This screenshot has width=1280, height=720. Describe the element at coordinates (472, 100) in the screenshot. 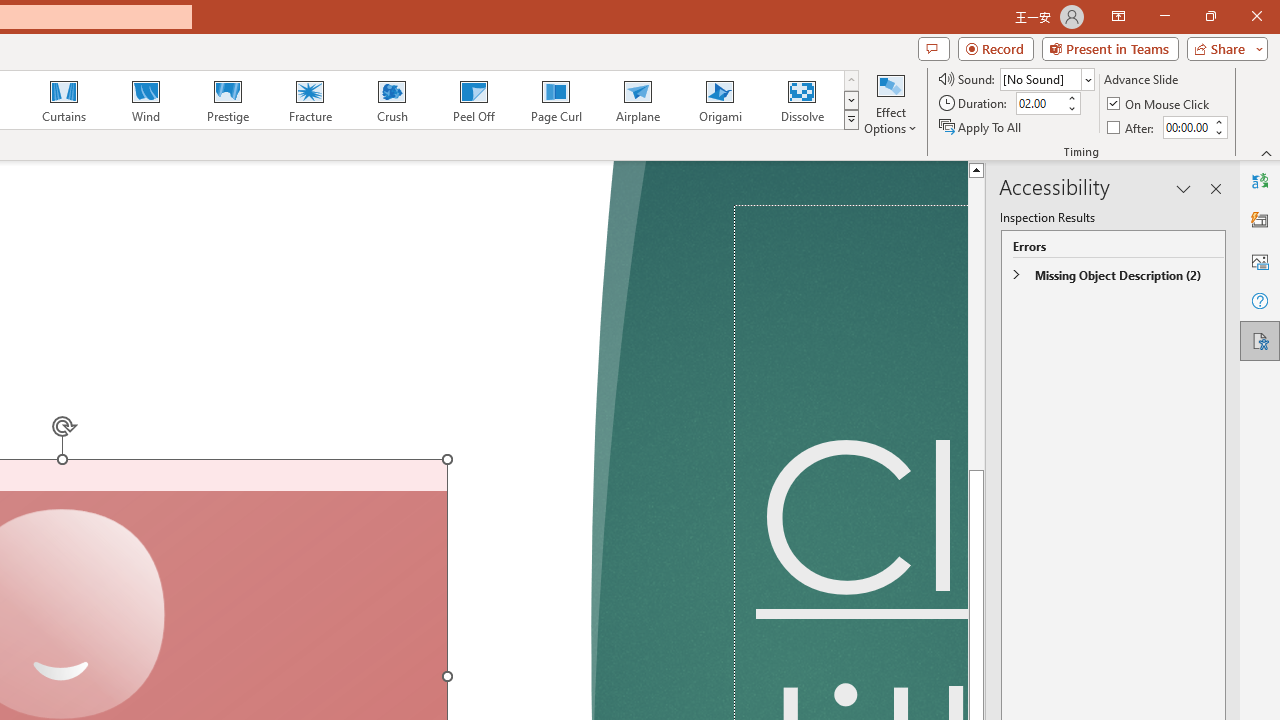

I see `'Peel Off'` at that location.